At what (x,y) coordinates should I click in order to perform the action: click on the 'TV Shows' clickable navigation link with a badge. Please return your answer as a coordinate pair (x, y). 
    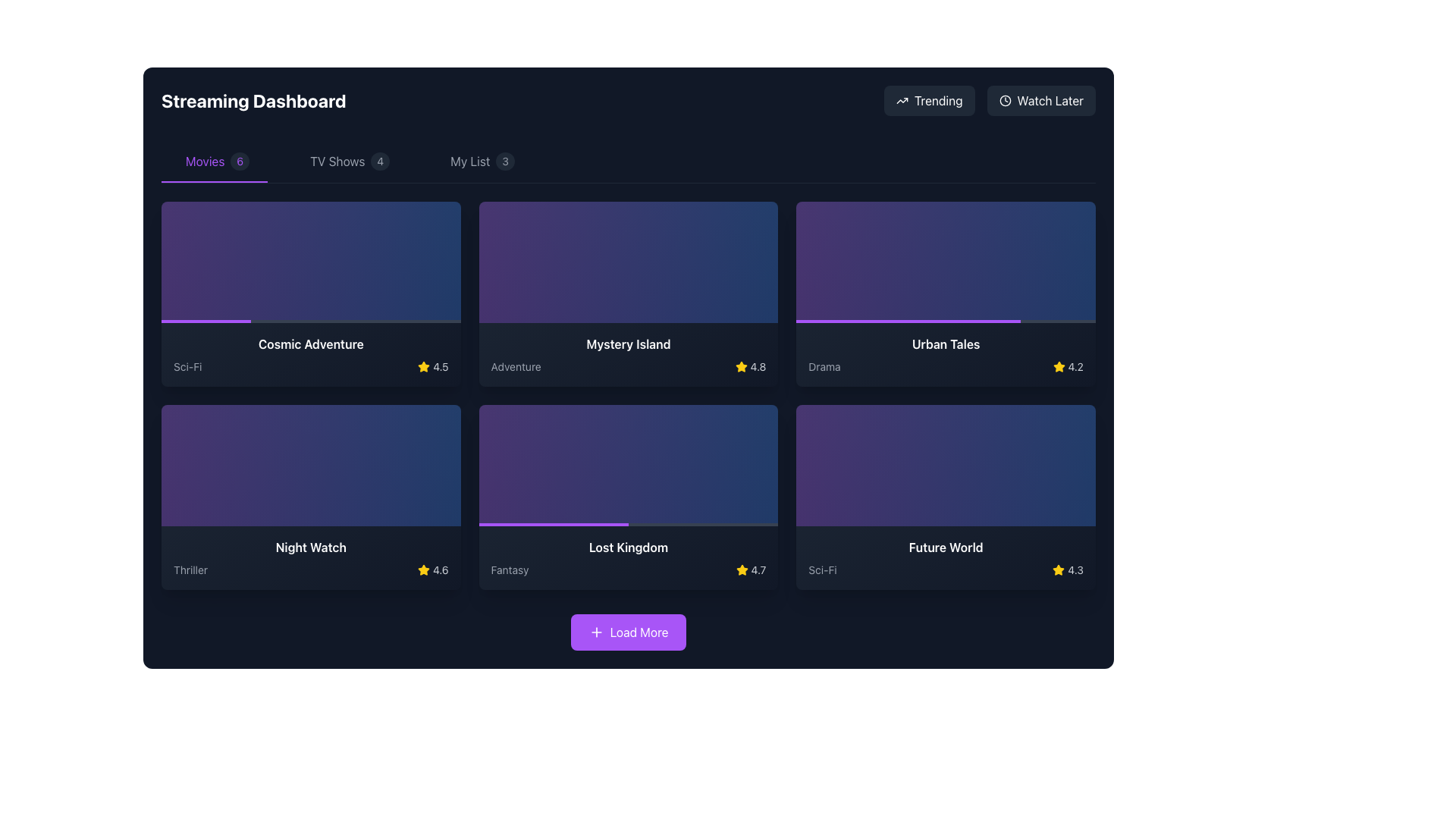
    Looking at the image, I should click on (349, 161).